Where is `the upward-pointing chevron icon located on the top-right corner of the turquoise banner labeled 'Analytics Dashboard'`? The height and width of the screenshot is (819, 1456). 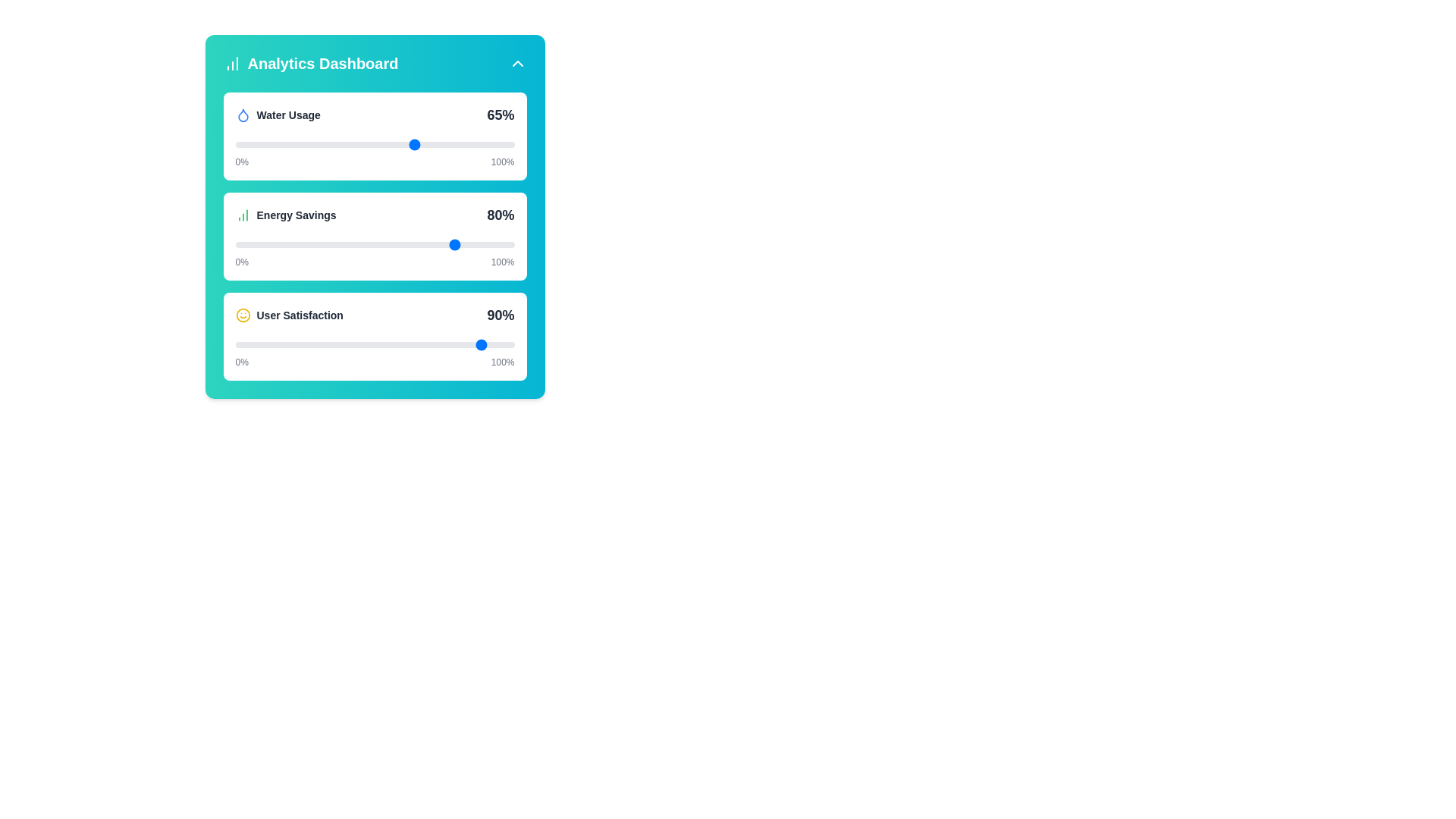
the upward-pointing chevron icon located on the top-right corner of the turquoise banner labeled 'Analytics Dashboard' is located at coordinates (517, 63).